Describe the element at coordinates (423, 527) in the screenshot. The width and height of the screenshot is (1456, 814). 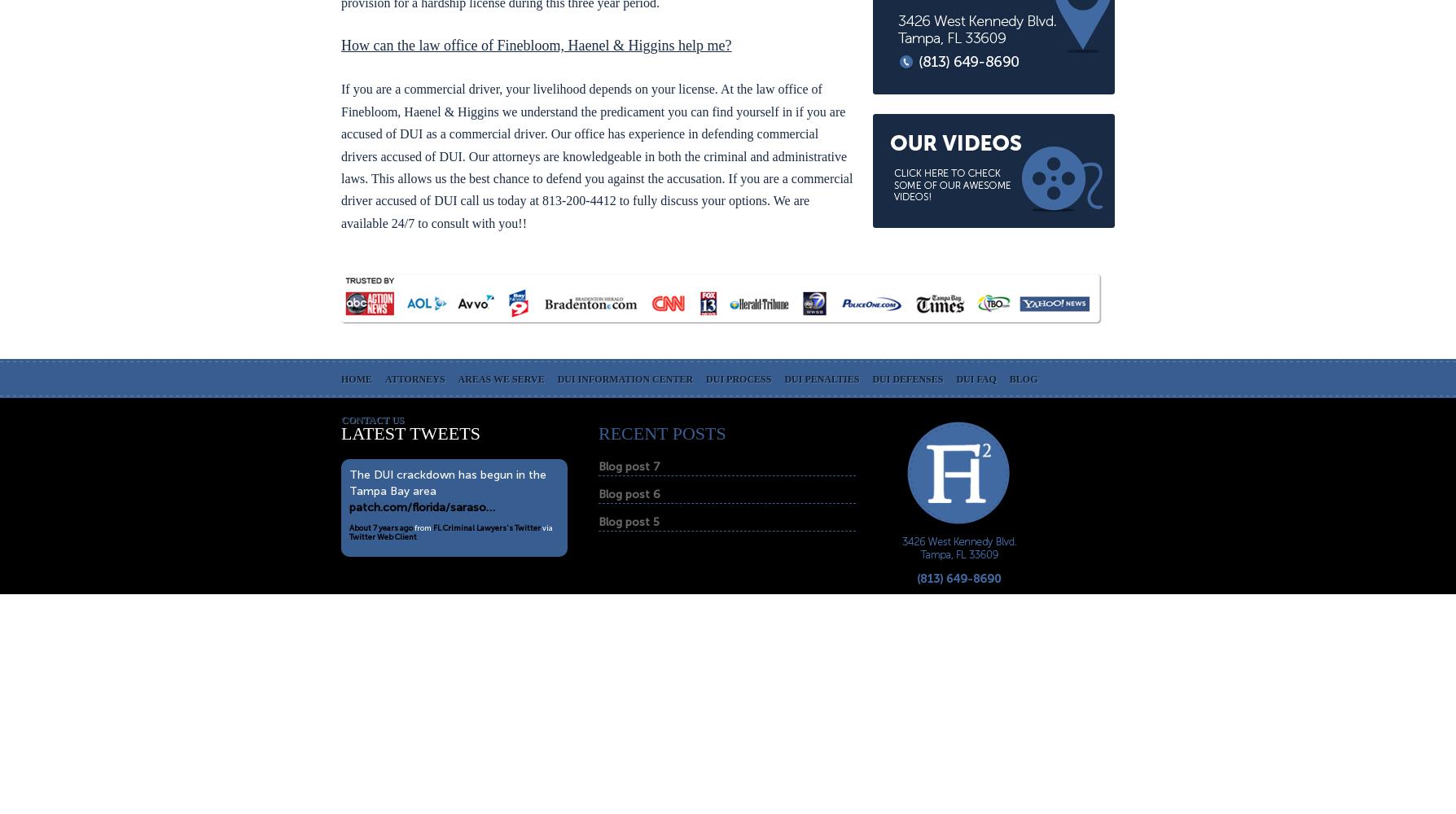
I see `'from'` at that location.